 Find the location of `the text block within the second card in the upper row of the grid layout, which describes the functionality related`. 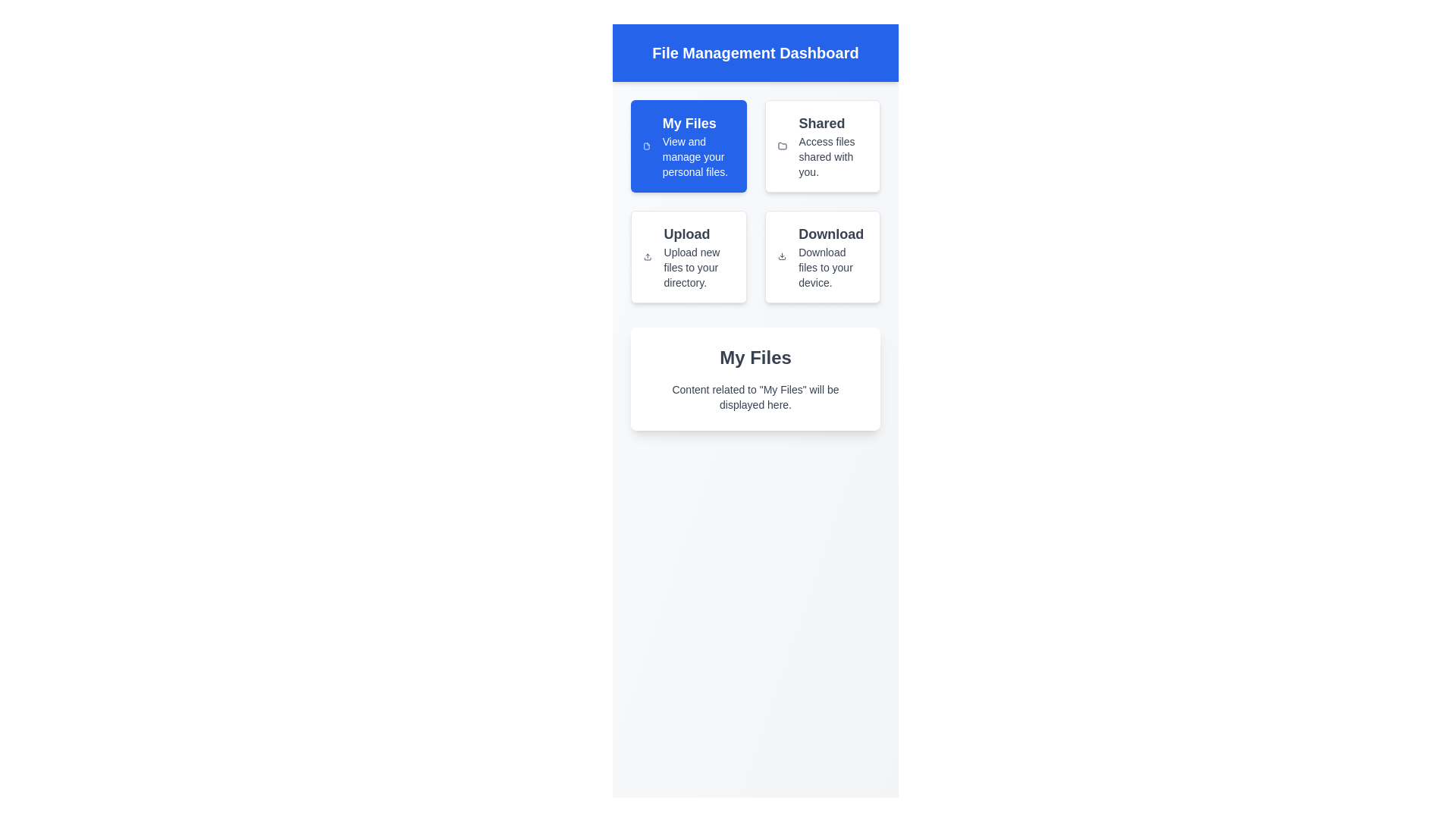

the text block within the second card in the upper row of the grid layout, which describes the functionality related is located at coordinates (832, 146).